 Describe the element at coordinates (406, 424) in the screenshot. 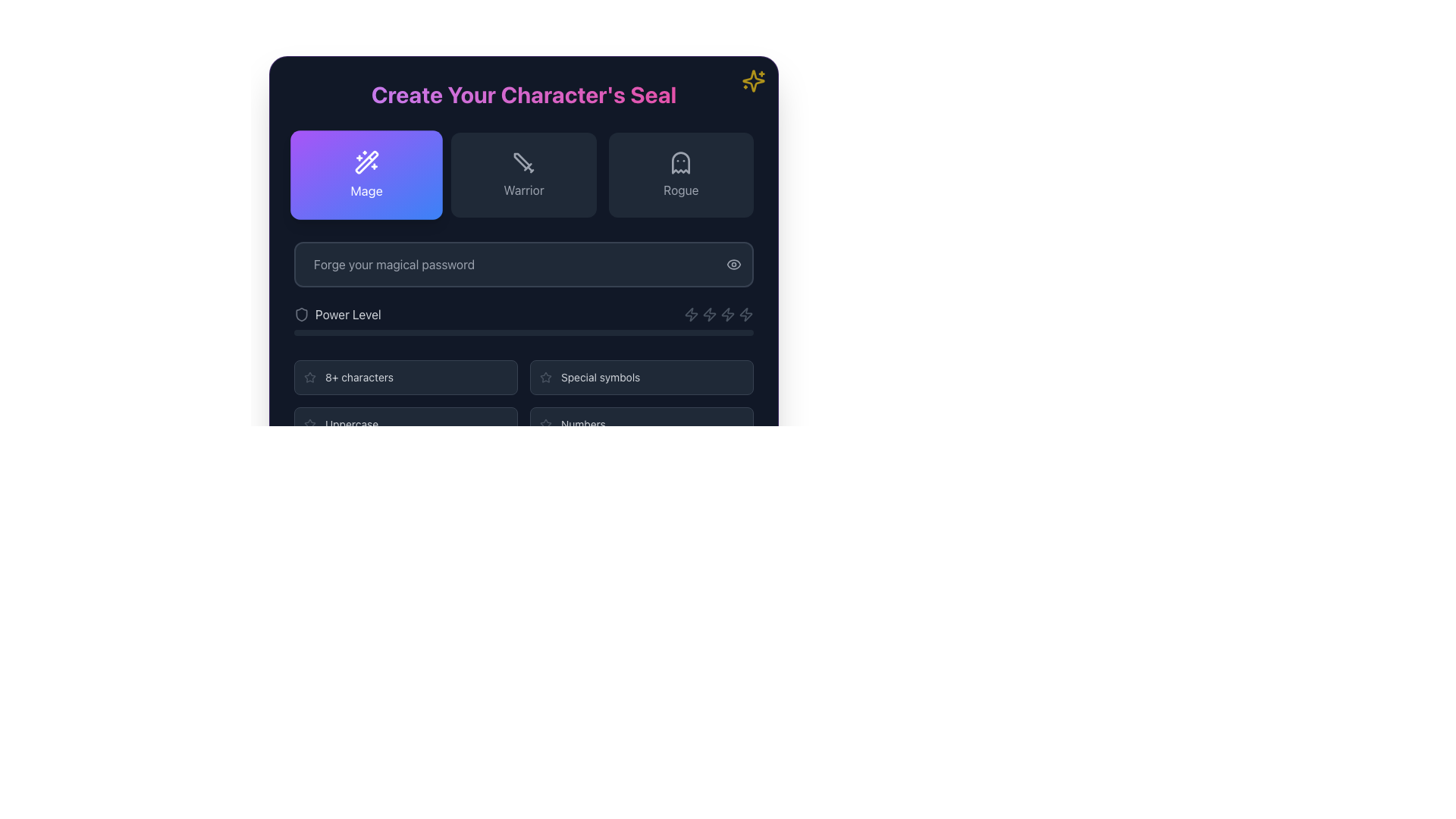

I see `text 'Uppercase' displayed within the static display item located in the bottom-left corner of the grid layout, which is a rectangular box with a dark-gray background and a gray star icon on the left` at that location.